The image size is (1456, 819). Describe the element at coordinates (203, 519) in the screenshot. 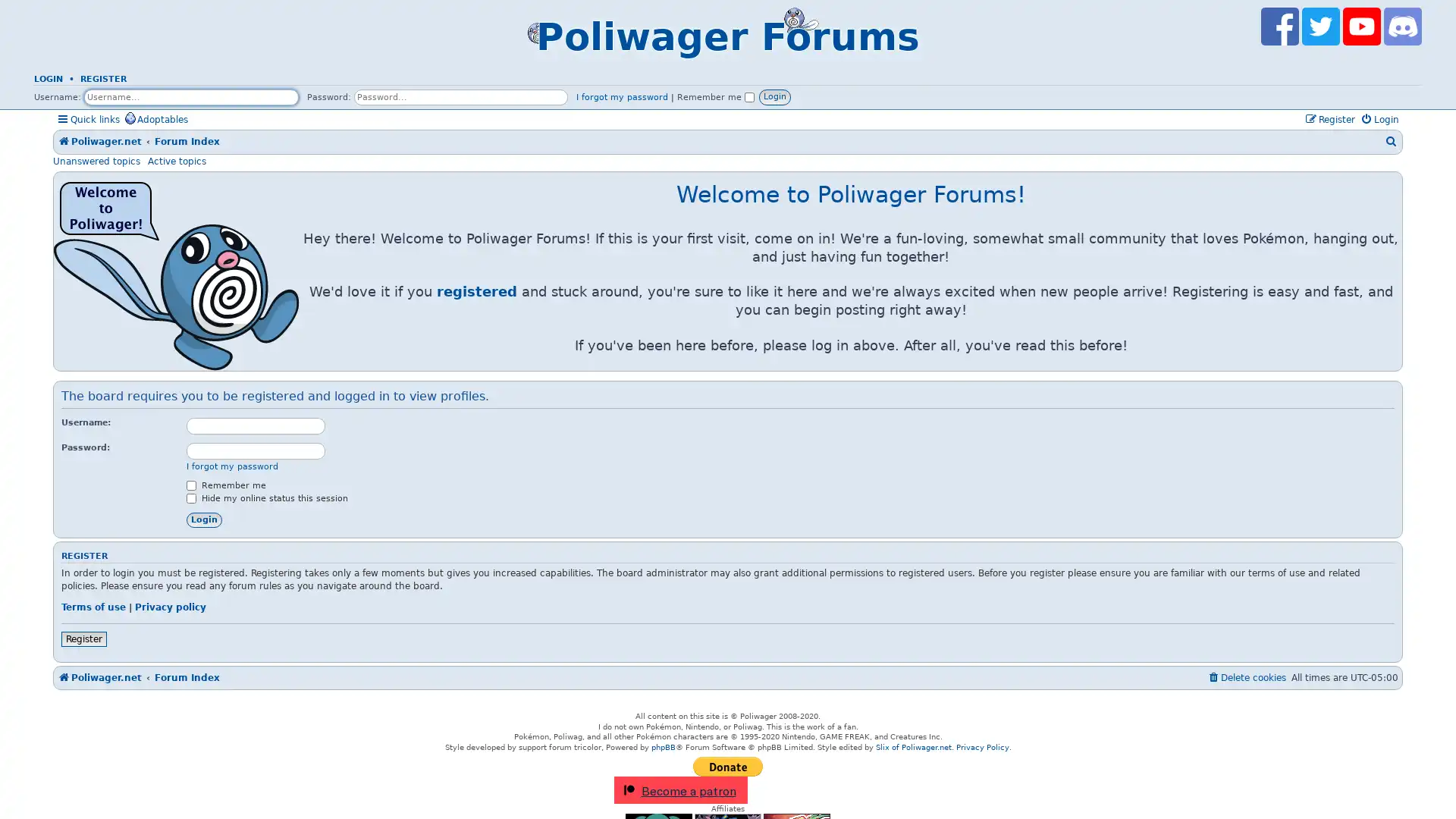

I see `Login` at that location.